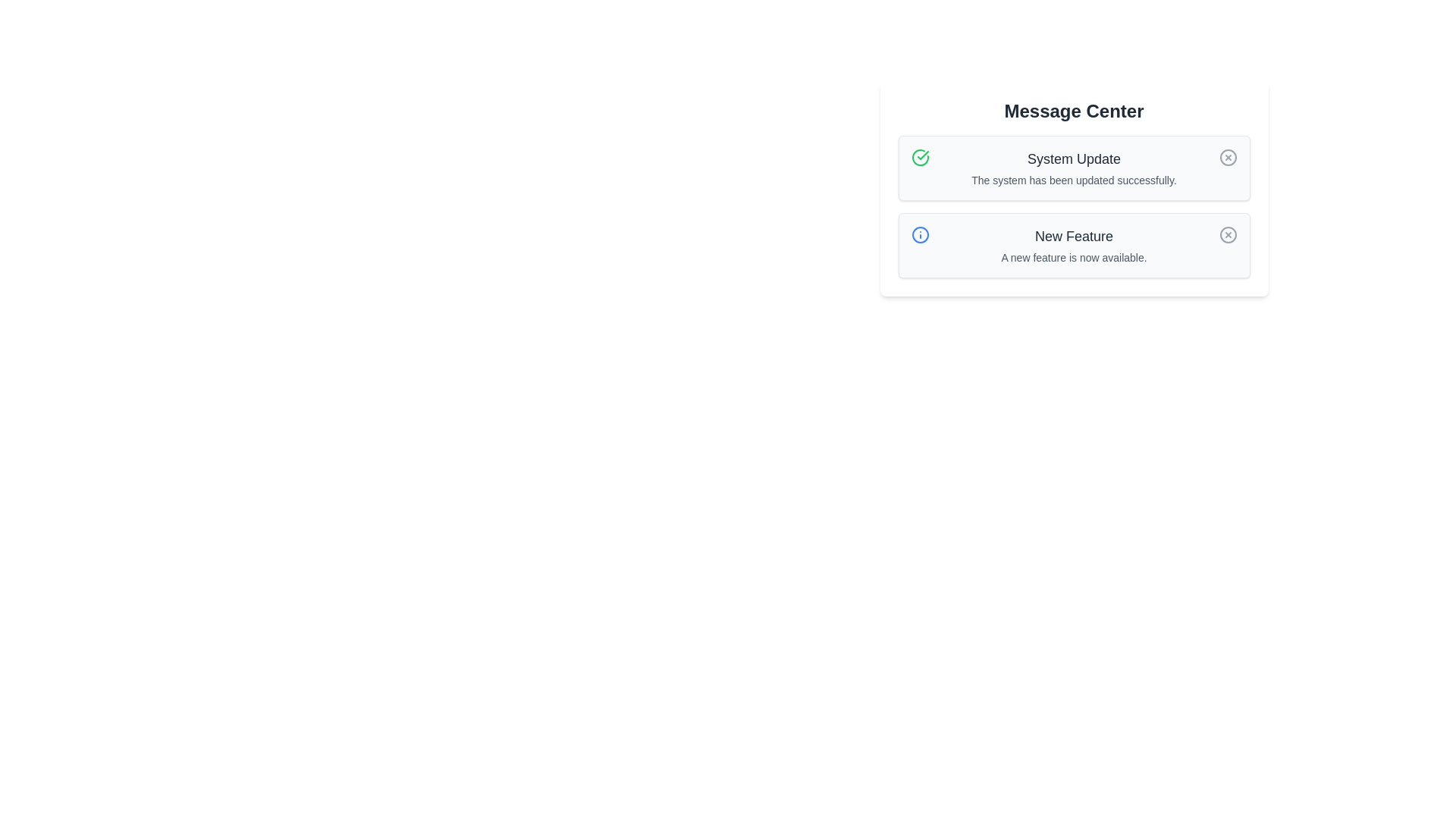 The width and height of the screenshot is (1456, 819). What do you see at coordinates (919, 234) in the screenshot?
I see `the Circle SVG graphic element that is part of the information icon in the 'New Feature' message section of the 'Message Center' interface` at bounding box center [919, 234].